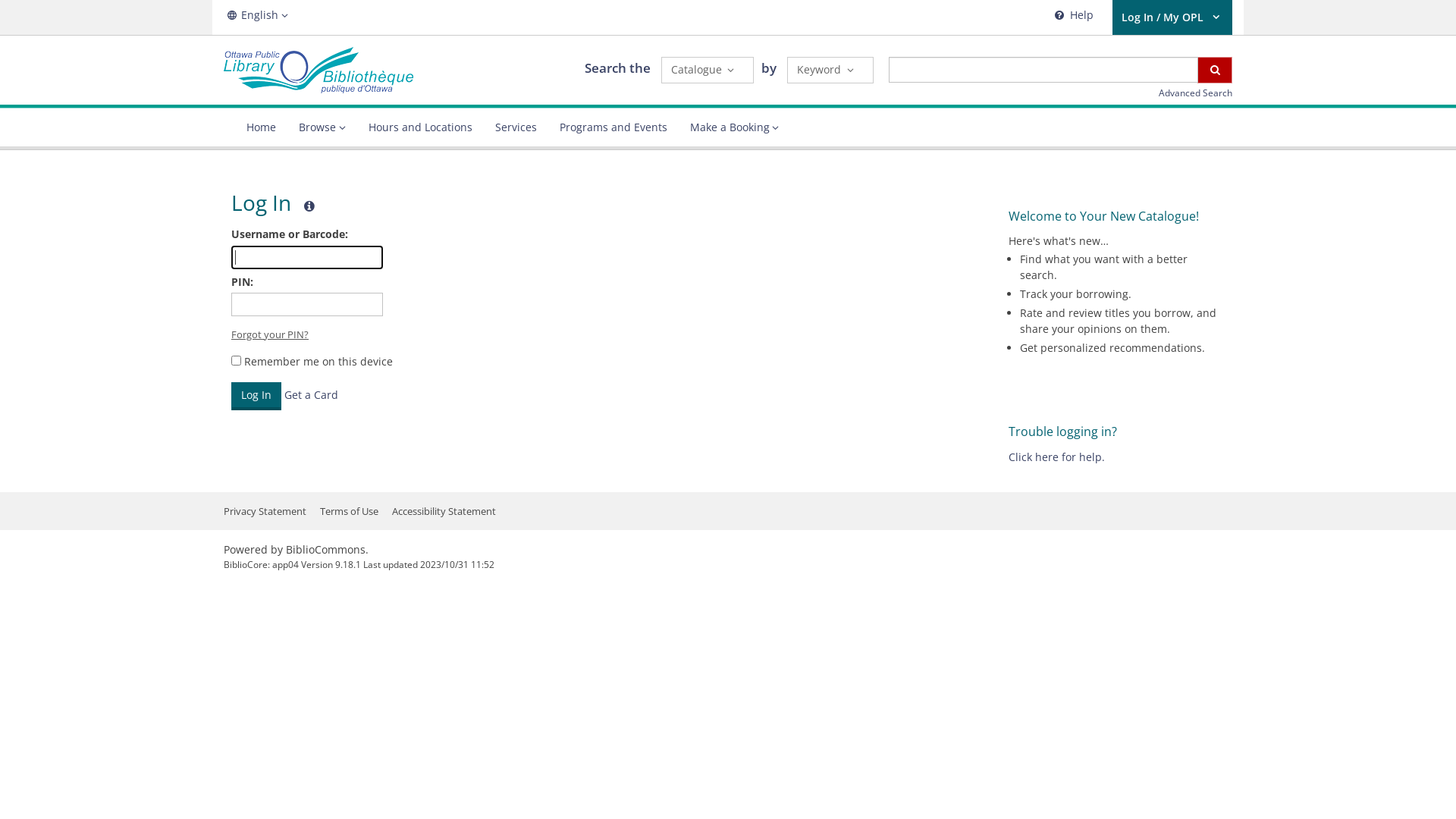 The height and width of the screenshot is (819, 1456). I want to click on 'Home', so click(261, 127).